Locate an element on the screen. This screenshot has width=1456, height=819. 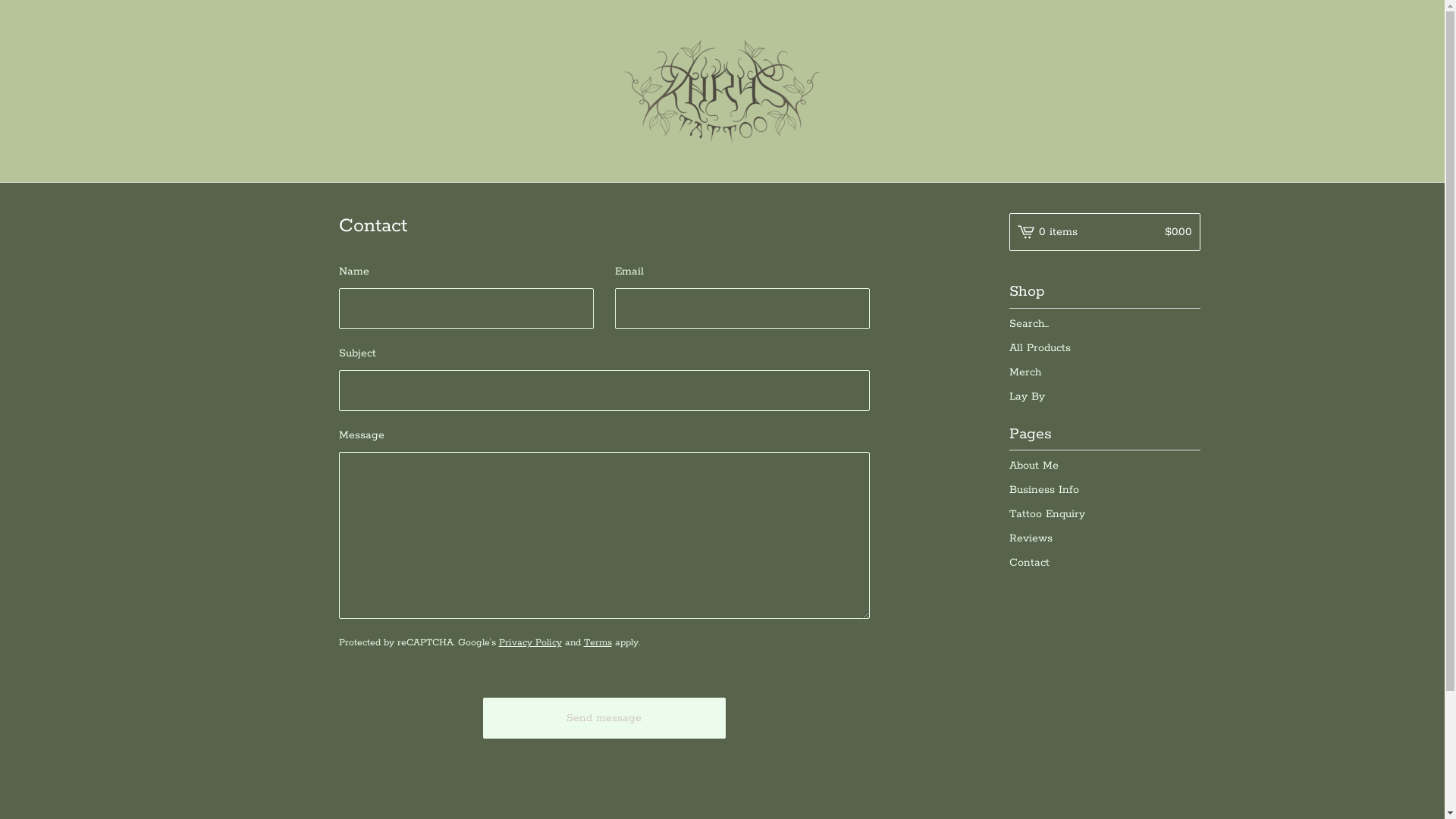
'All Products' is located at coordinates (1008, 348).